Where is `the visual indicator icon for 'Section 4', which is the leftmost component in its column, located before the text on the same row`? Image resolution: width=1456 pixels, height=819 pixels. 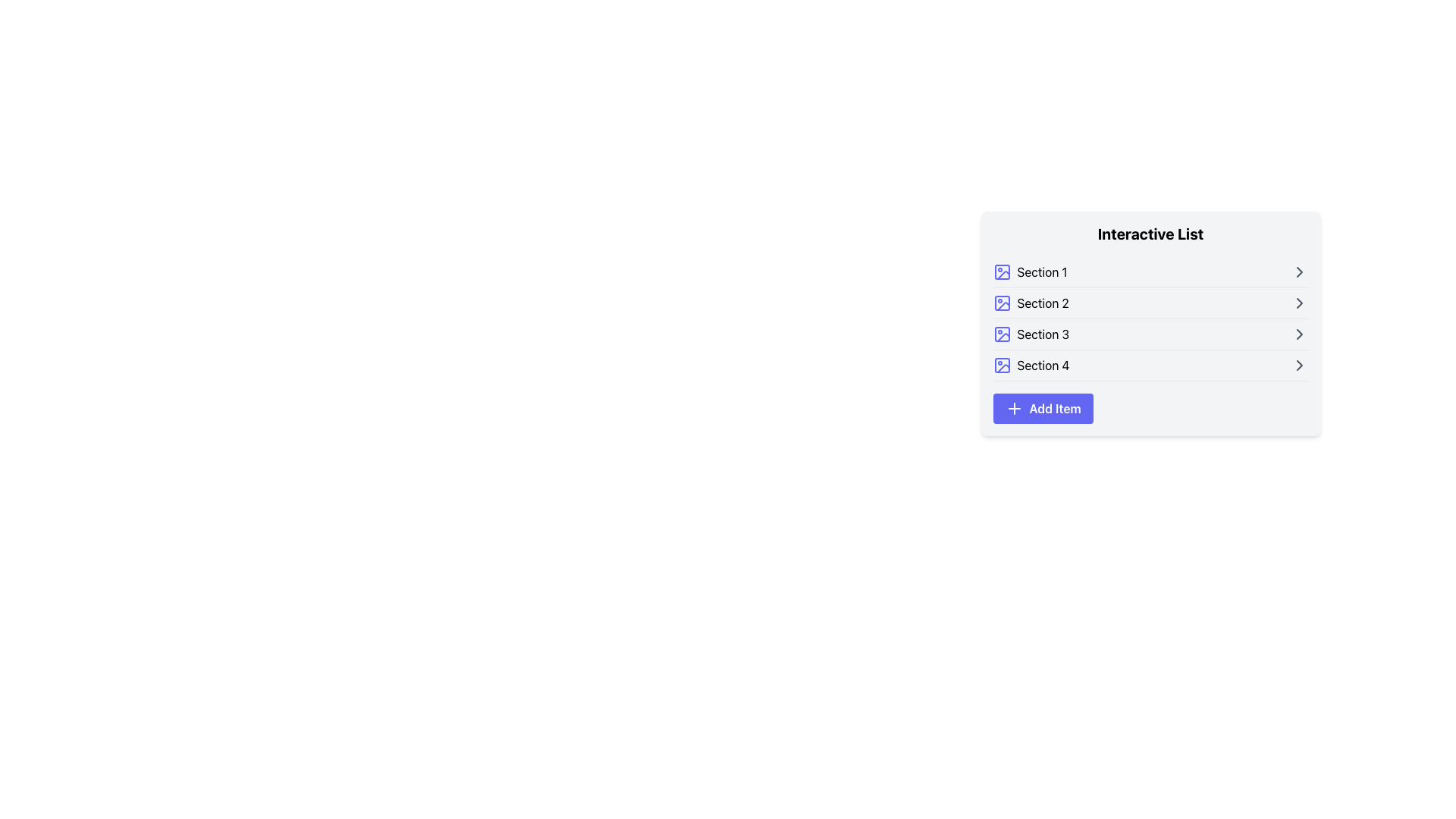
the visual indicator icon for 'Section 4', which is the leftmost component in its column, located before the text on the same row is located at coordinates (1002, 366).